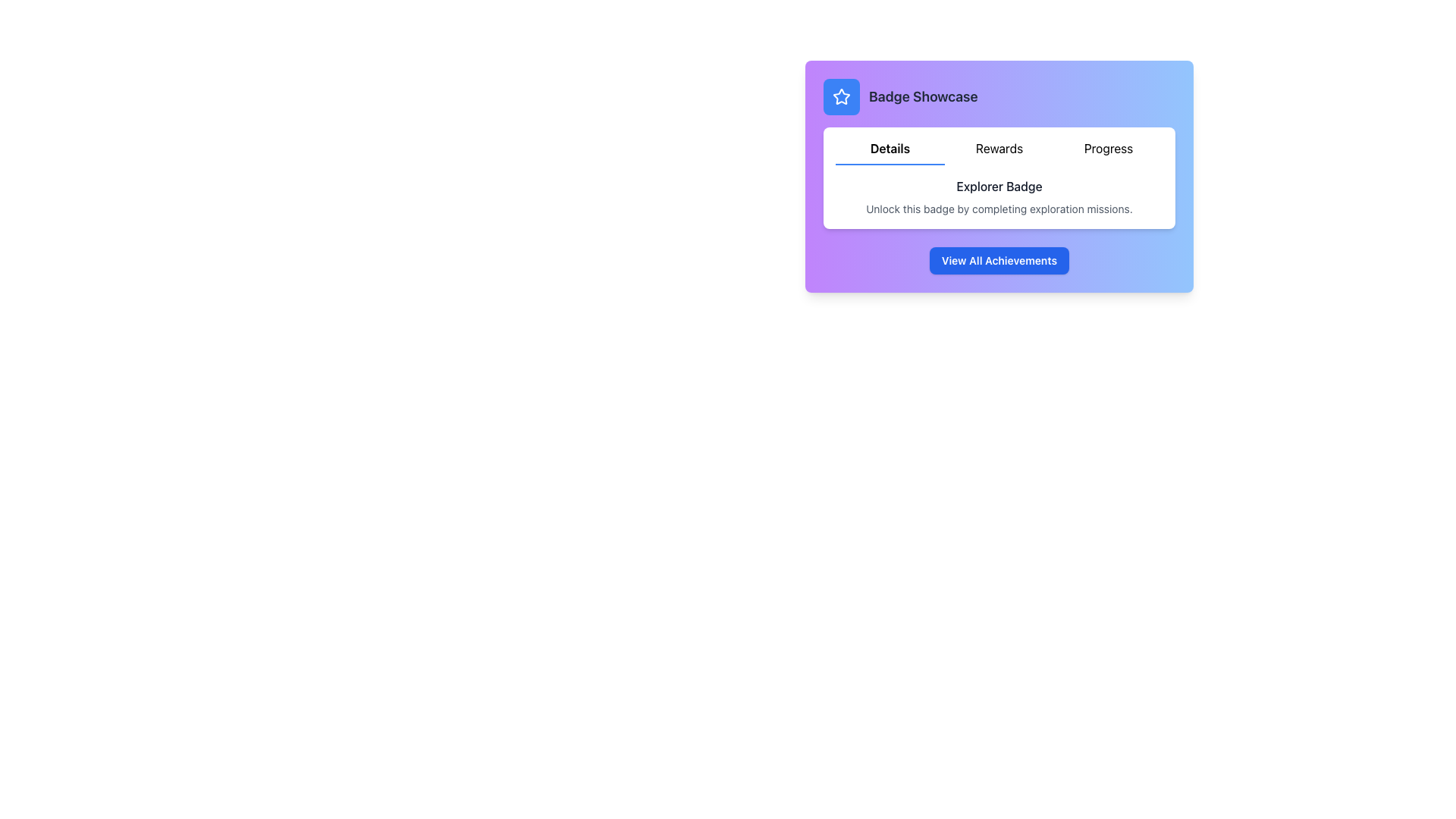 The height and width of the screenshot is (819, 1456). What do you see at coordinates (1109, 152) in the screenshot?
I see `the 'Progress' tab label to switch tabs in the Badge Showcase navigation bar` at bounding box center [1109, 152].